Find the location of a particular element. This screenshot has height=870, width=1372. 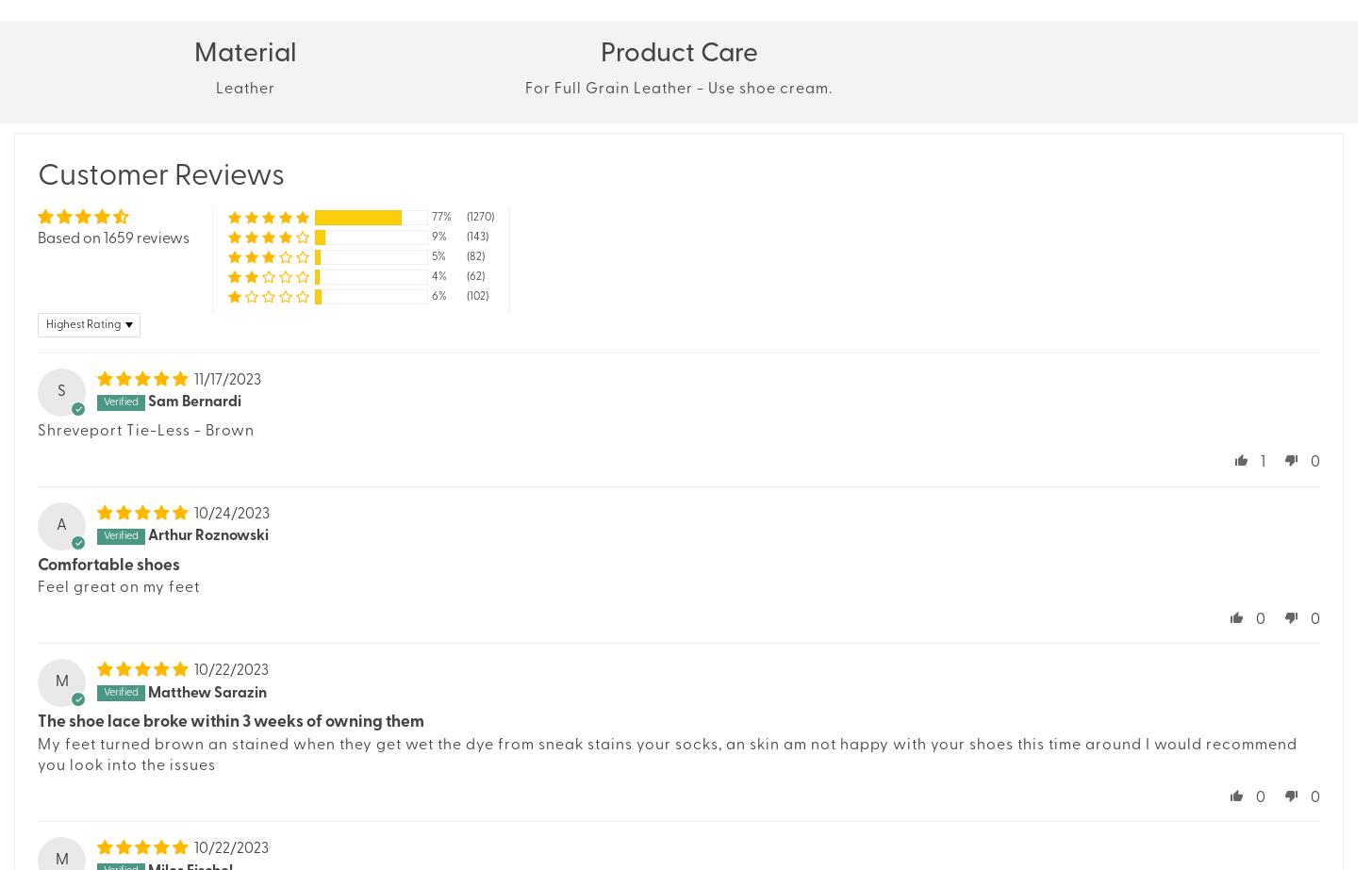

'For Full Grain Leather - Use shoe cream.' is located at coordinates (678, 88).